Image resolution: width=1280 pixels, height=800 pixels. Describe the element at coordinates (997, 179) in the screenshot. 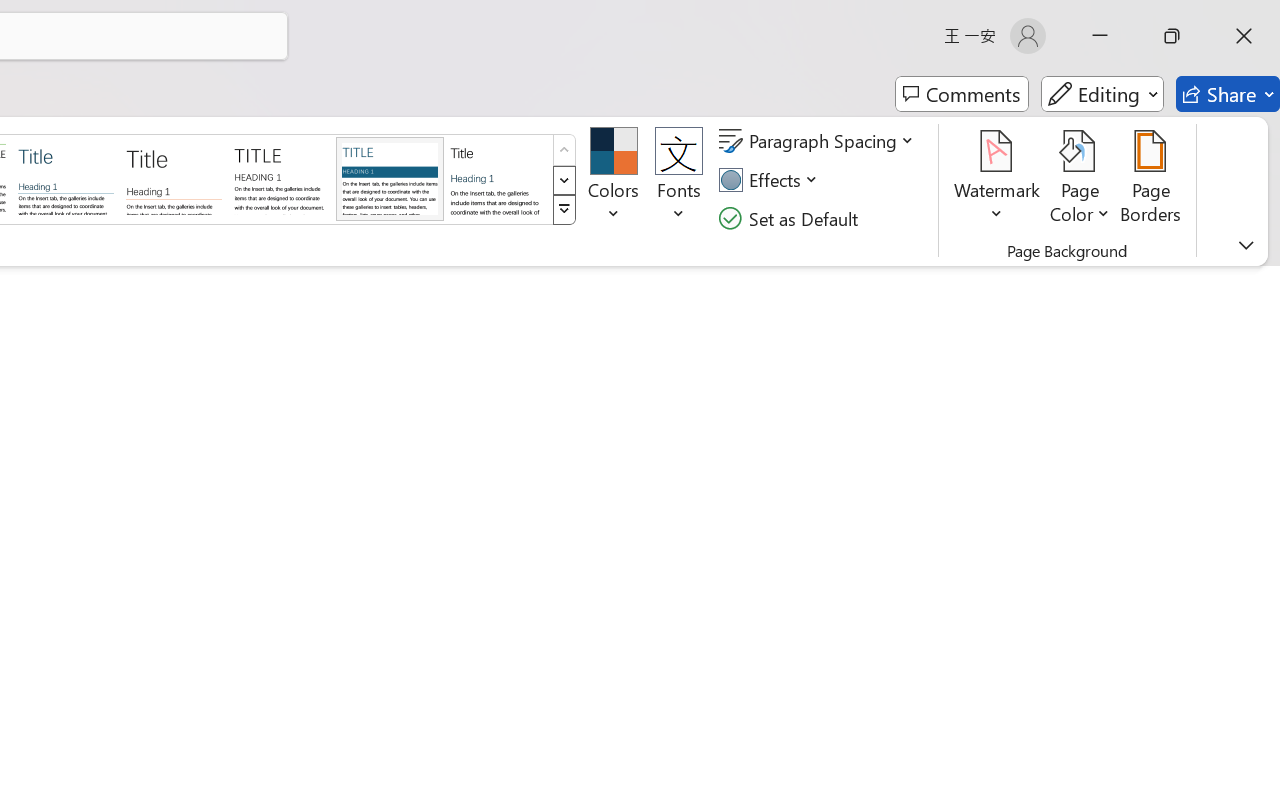

I see `'Watermark'` at that location.